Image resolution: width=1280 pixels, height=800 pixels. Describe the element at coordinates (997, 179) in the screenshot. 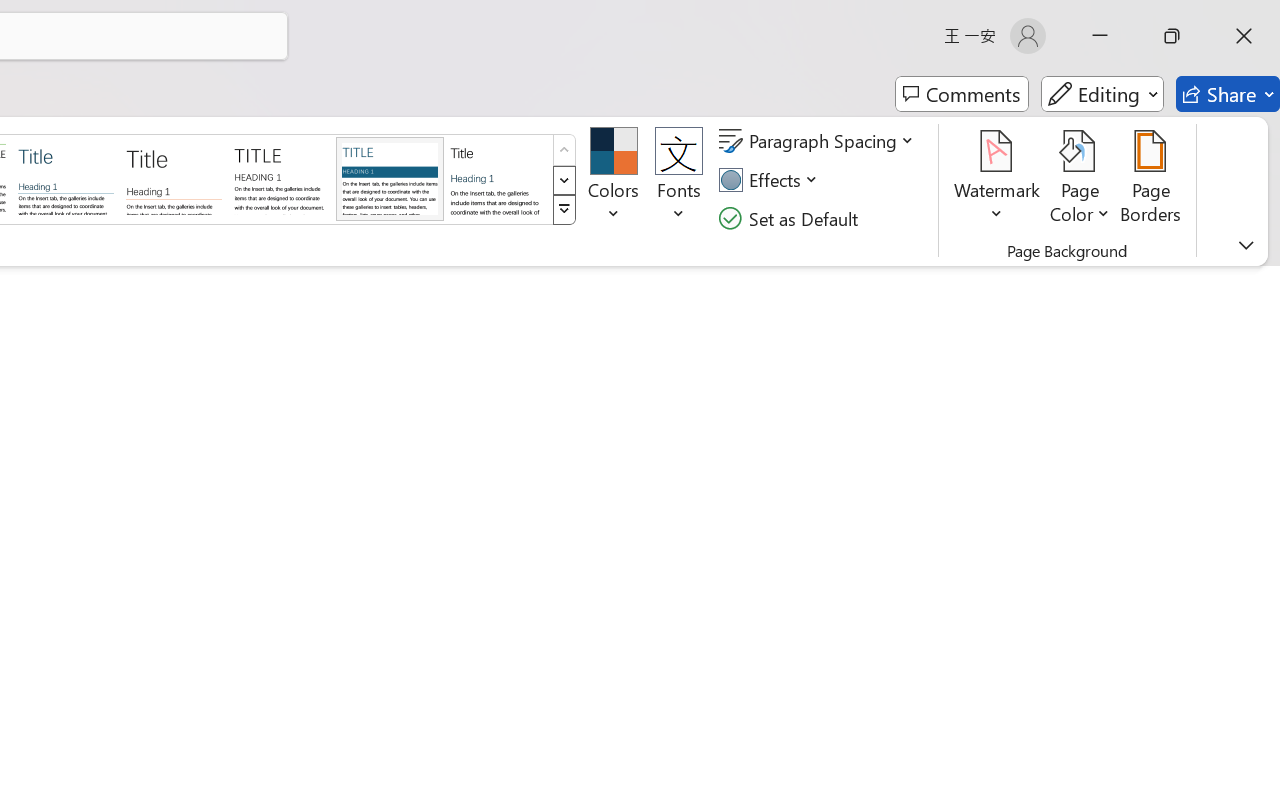

I see `'Watermark'` at that location.